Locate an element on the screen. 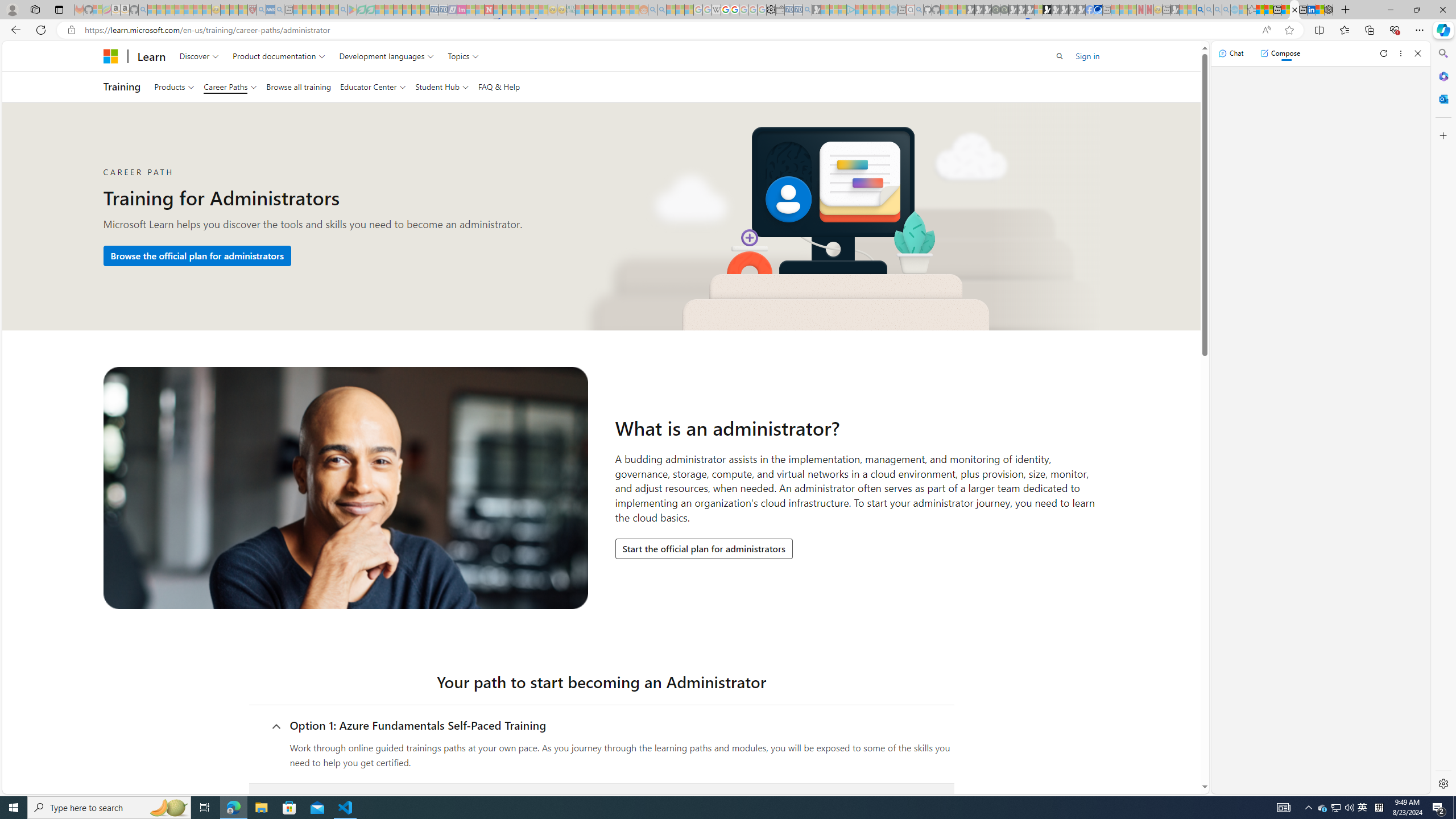  'Educator Center' is located at coordinates (373, 86).